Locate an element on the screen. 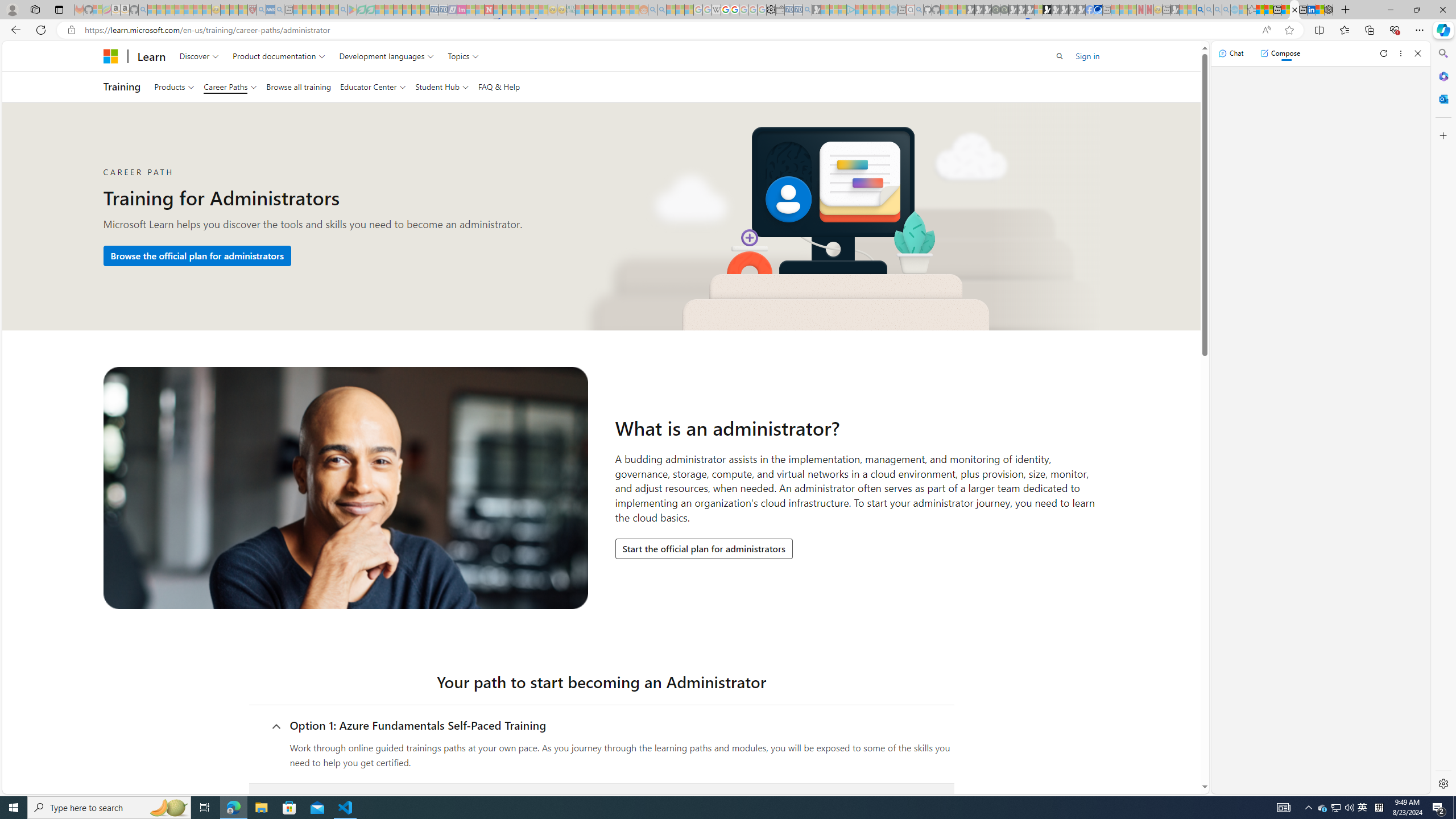  'Educator Center' is located at coordinates (373, 86).